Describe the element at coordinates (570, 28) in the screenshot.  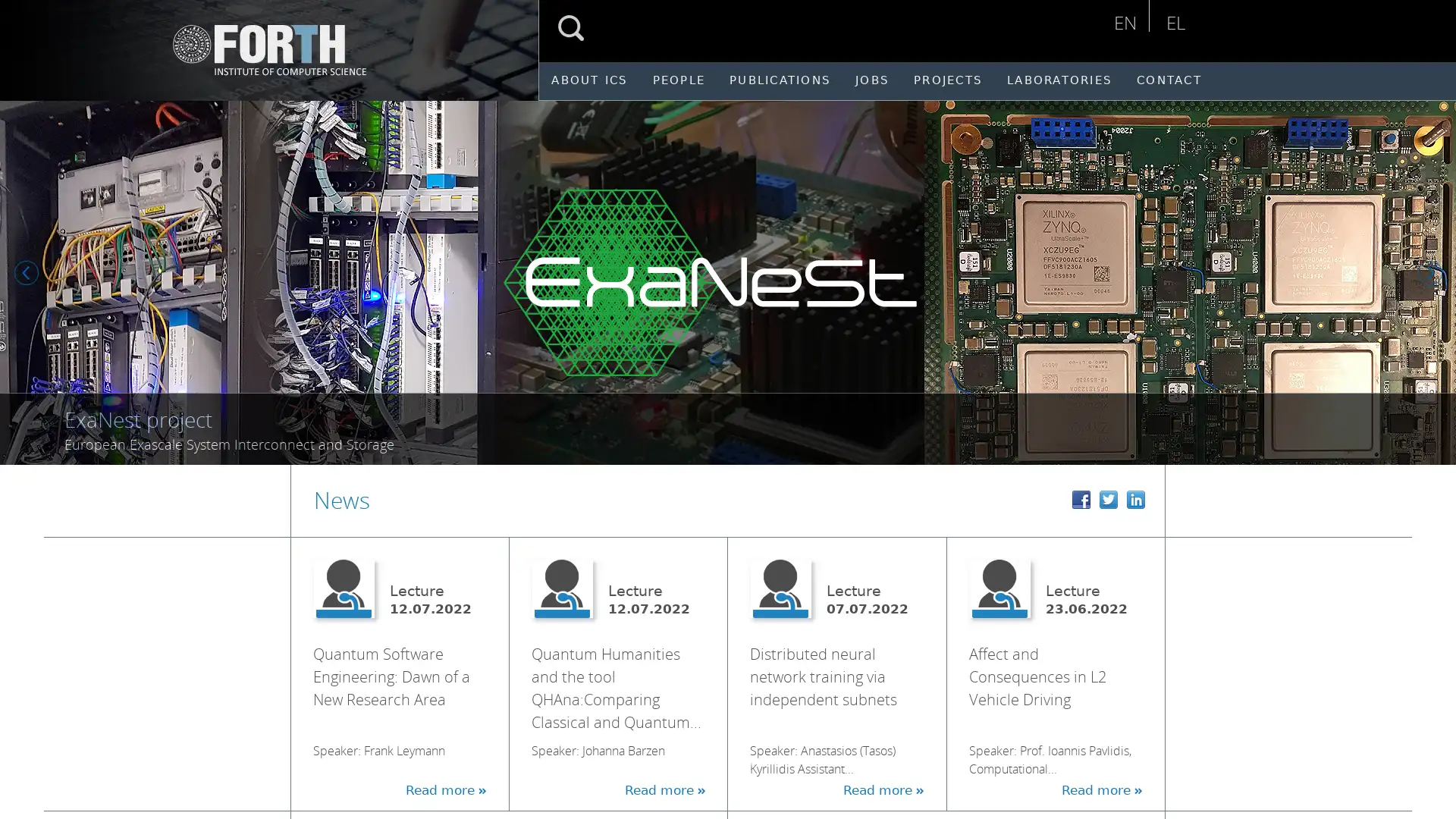
I see `Submit Search Button` at that location.